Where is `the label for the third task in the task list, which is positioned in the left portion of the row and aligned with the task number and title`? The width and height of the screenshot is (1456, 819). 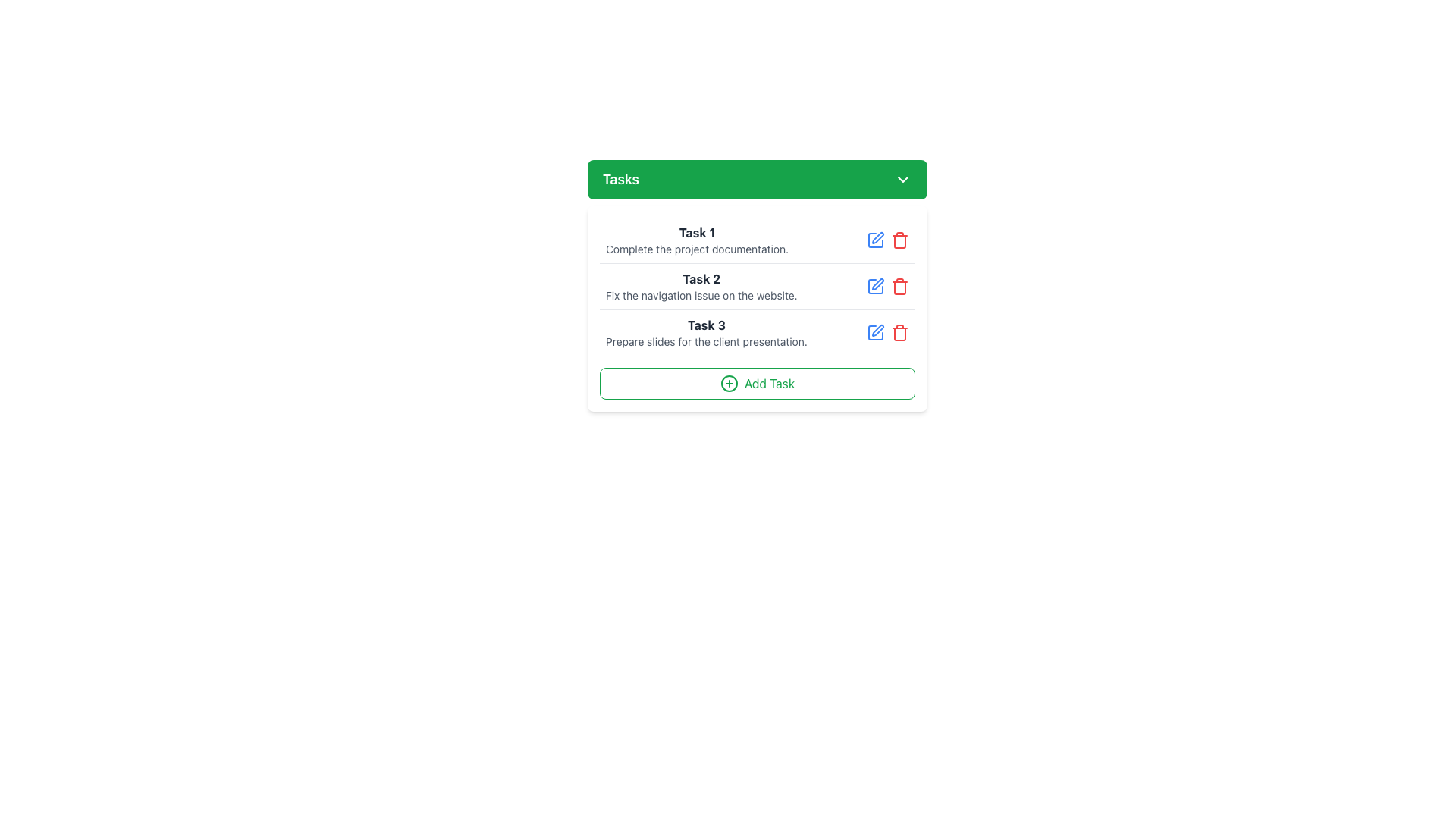
the label for the third task in the task list, which is positioned in the left portion of the row and aligned with the task number and title is located at coordinates (705, 324).